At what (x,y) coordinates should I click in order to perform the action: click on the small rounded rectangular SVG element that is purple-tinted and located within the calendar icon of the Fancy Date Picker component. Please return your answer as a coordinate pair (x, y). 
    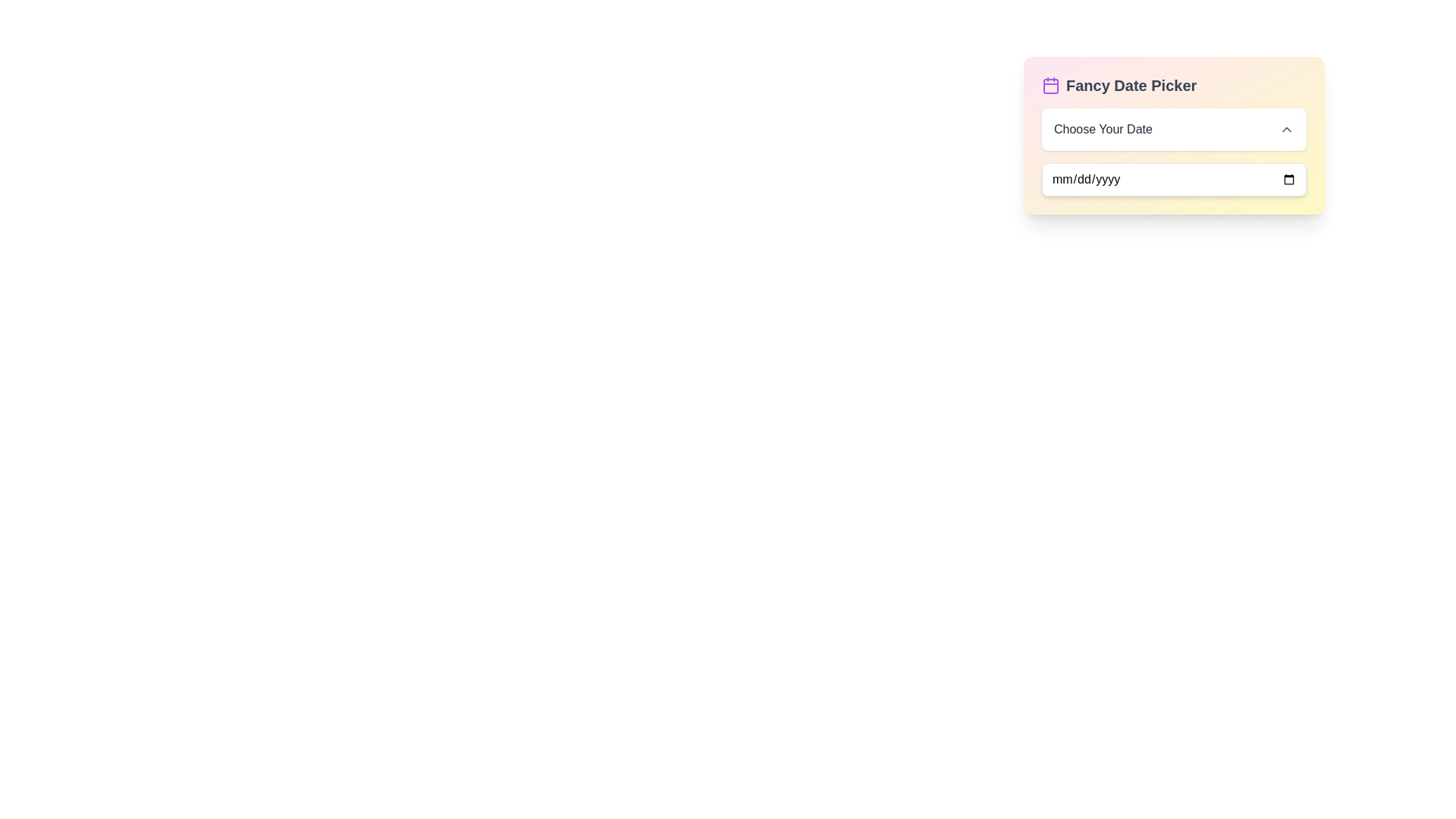
    Looking at the image, I should click on (1050, 86).